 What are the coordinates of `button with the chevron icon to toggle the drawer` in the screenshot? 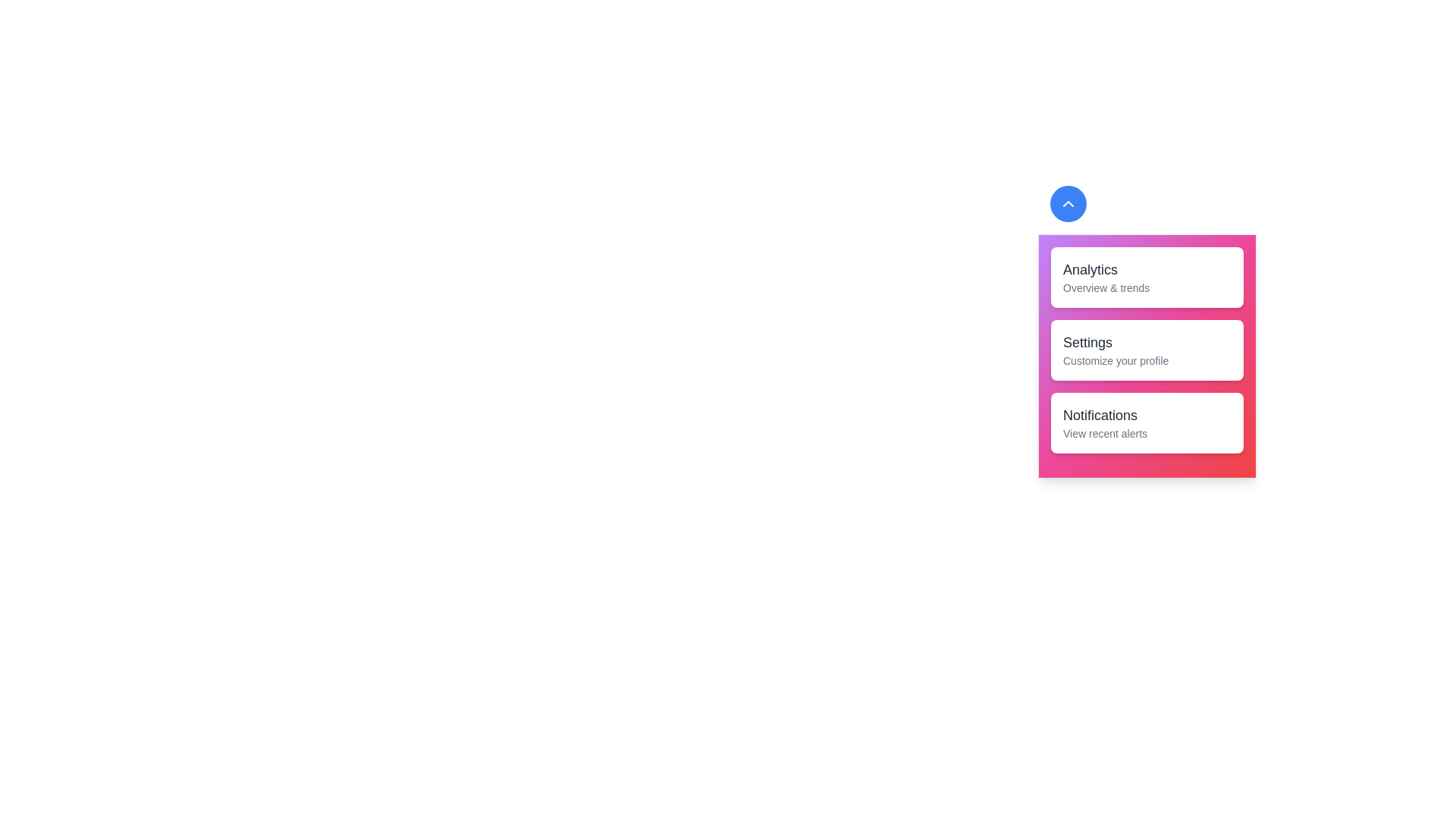 It's located at (1068, 203).